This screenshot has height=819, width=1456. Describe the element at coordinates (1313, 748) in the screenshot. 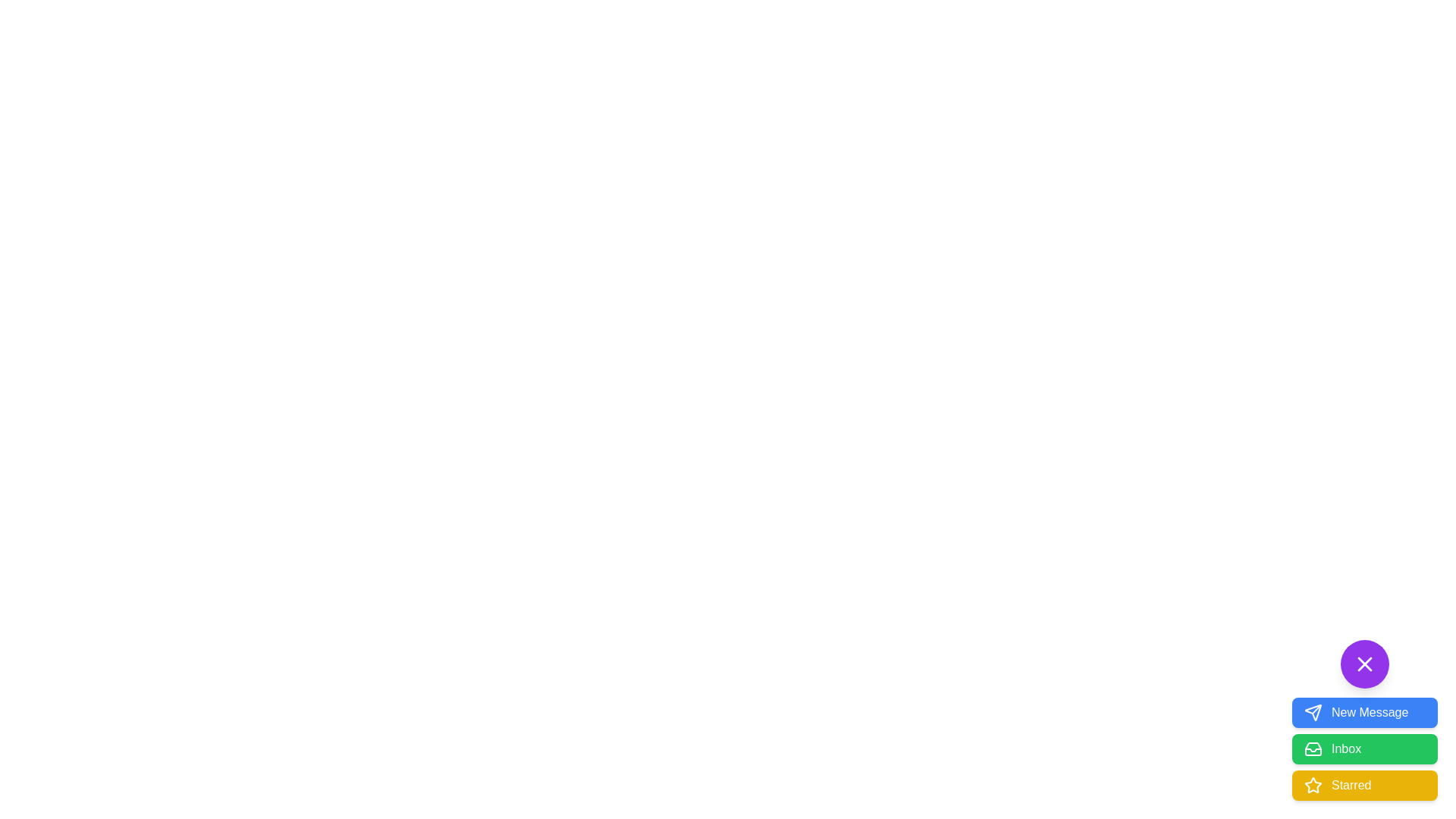

I see `the 'Inbox' icon` at that location.